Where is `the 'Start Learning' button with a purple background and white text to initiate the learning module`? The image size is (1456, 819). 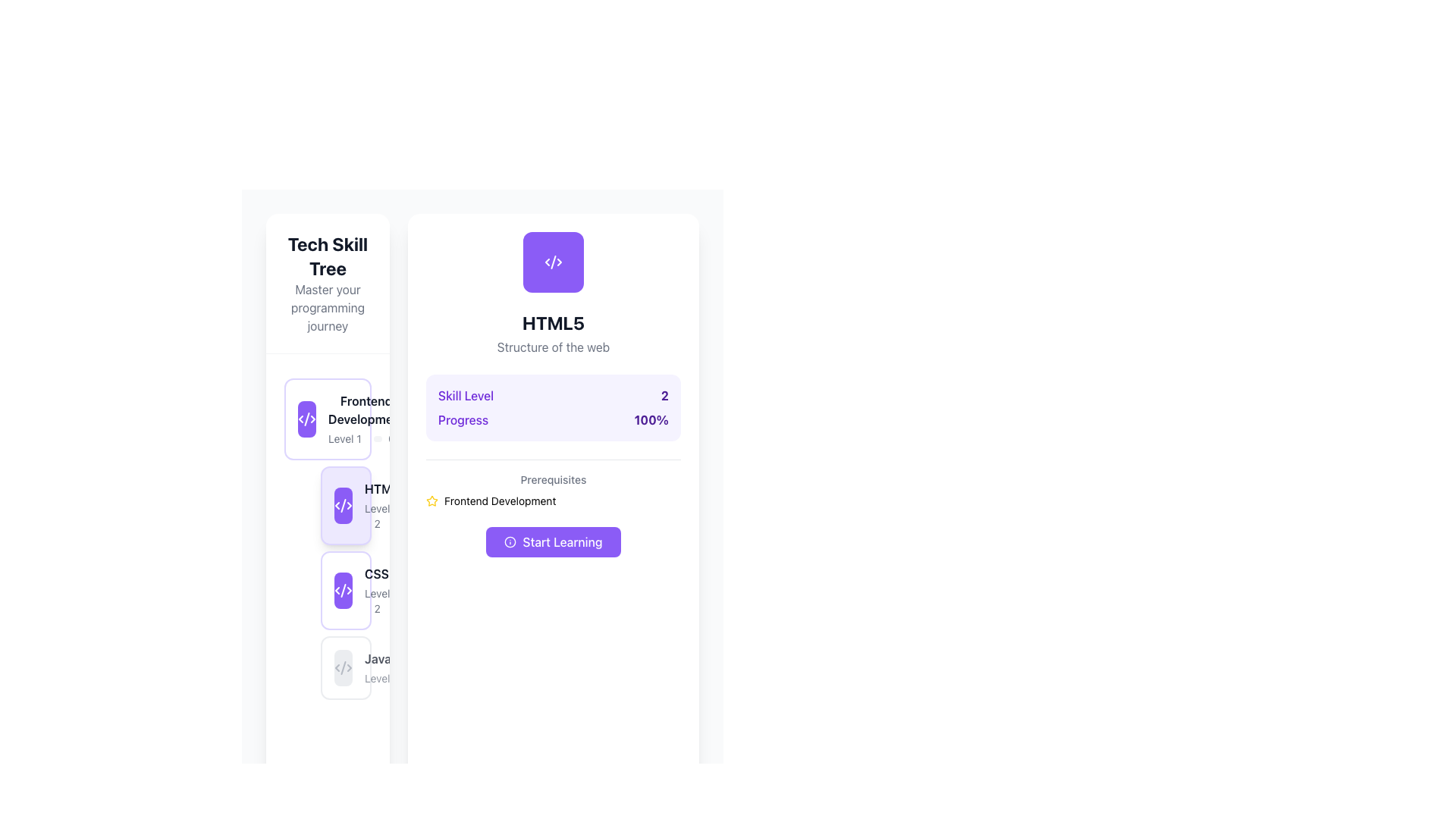 the 'Start Learning' button with a purple background and white text to initiate the learning module is located at coordinates (552, 541).